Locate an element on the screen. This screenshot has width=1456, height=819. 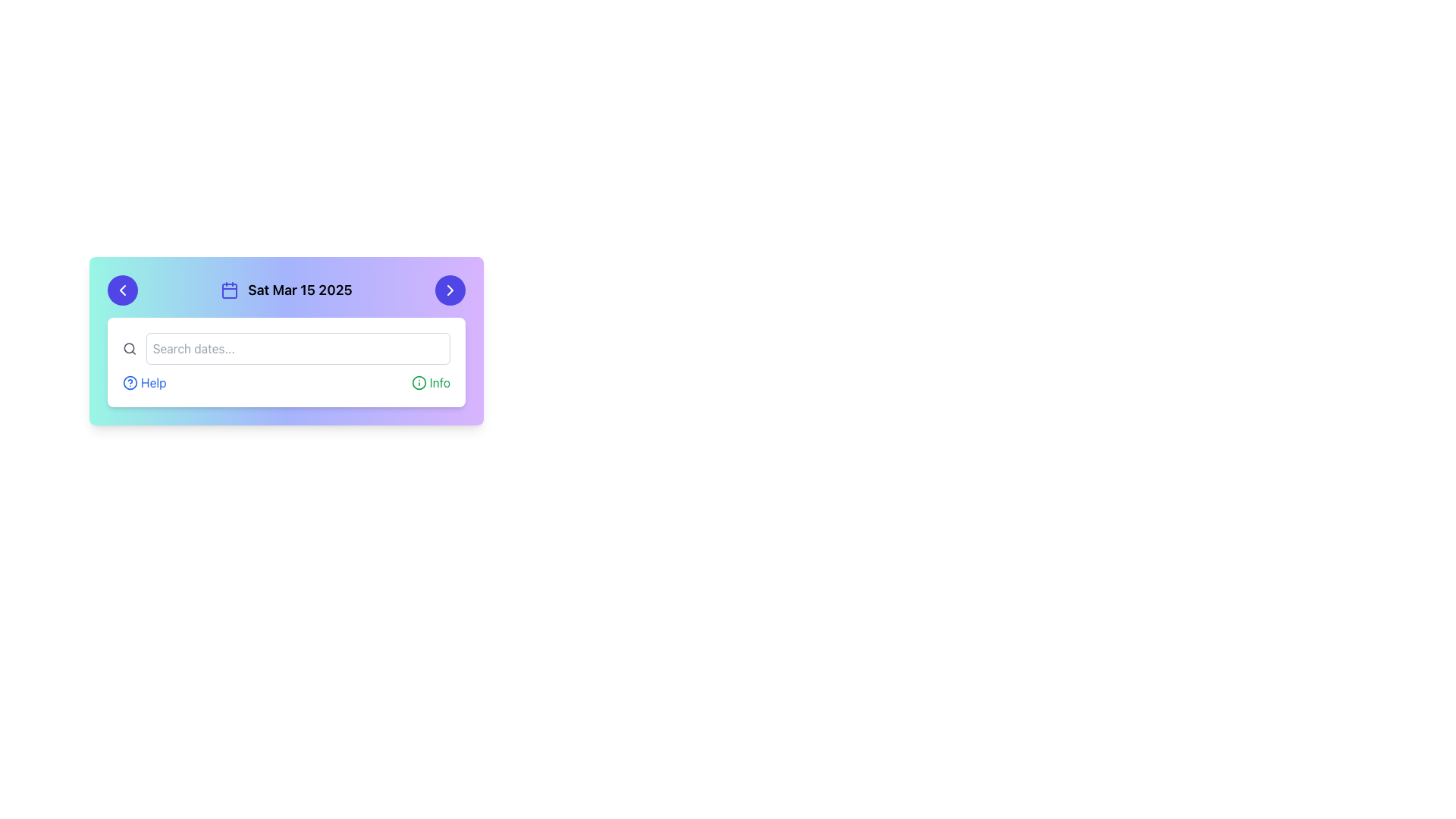
the circular button with a deep indigo background and a white leftward-pointing chevron is located at coordinates (123, 290).